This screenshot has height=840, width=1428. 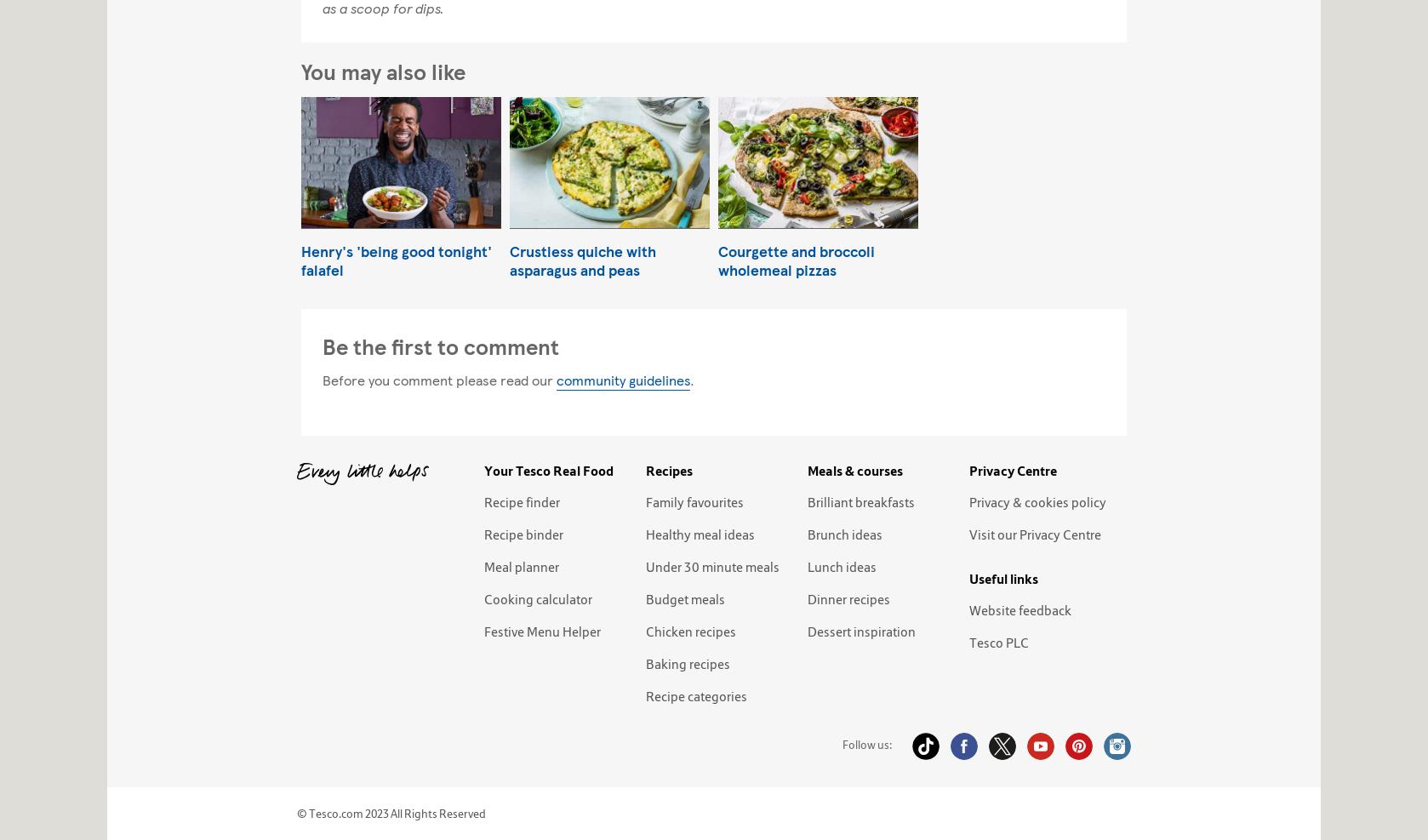 I want to click on 'Recipe finder', so click(x=521, y=500).